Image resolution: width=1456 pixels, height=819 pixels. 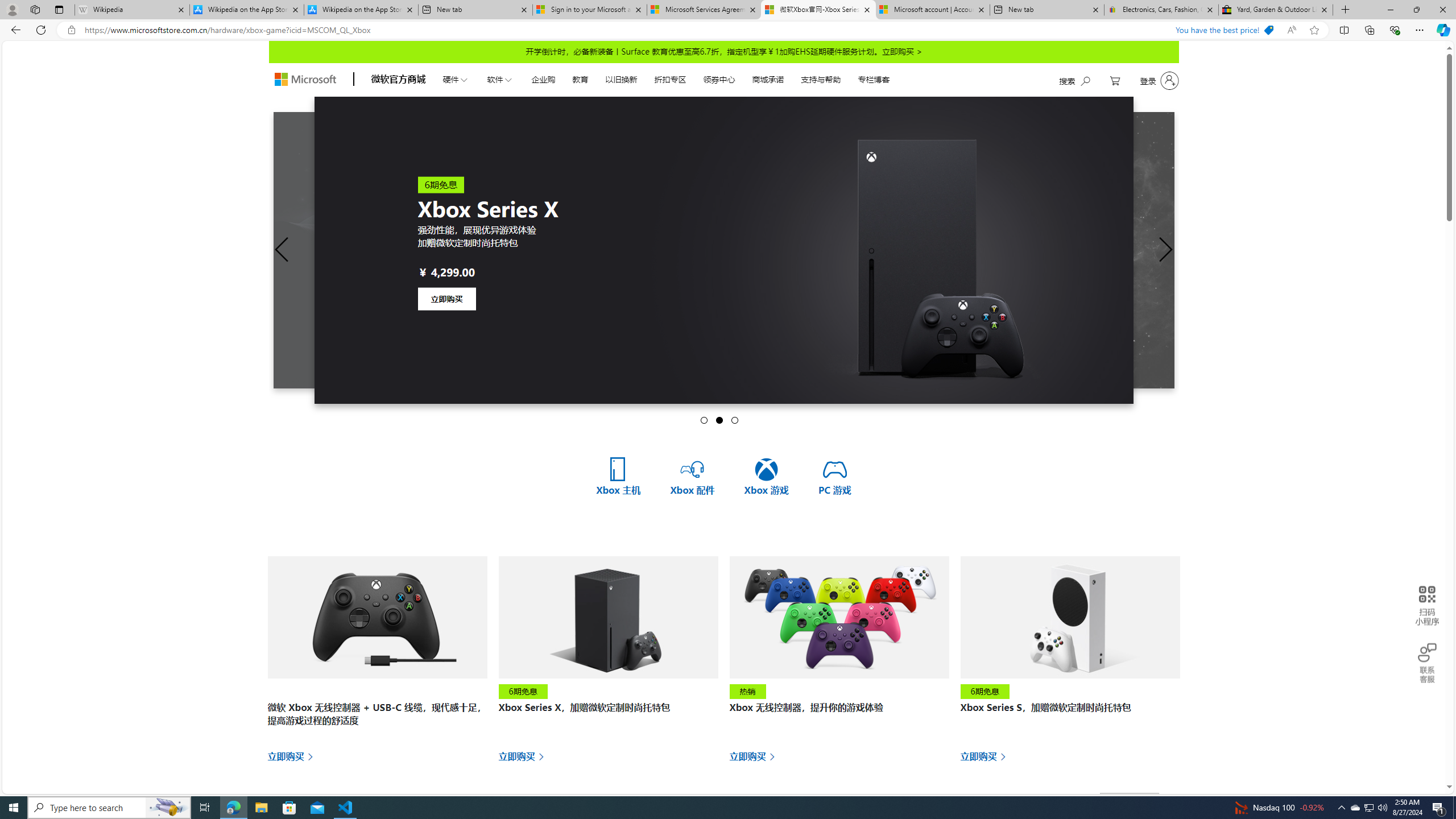 What do you see at coordinates (132, 9) in the screenshot?
I see `'Wikipedia - Sleeping'` at bounding box center [132, 9].